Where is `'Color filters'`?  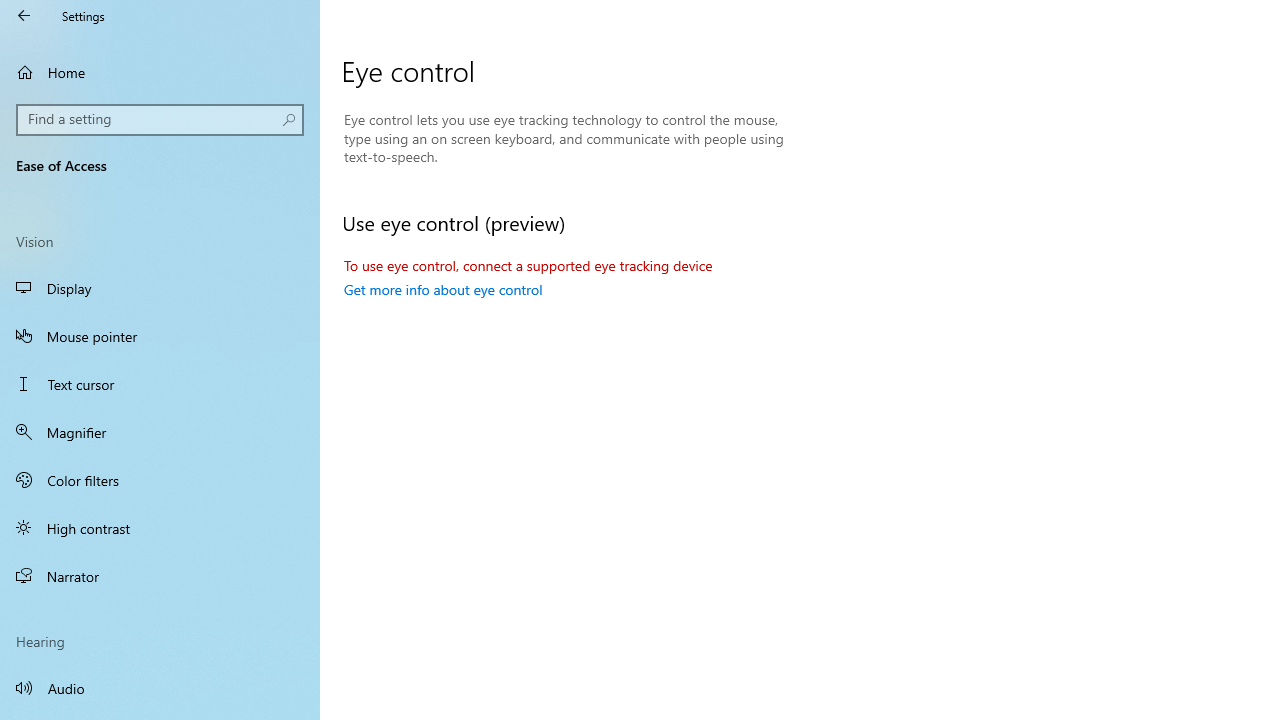 'Color filters' is located at coordinates (160, 479).